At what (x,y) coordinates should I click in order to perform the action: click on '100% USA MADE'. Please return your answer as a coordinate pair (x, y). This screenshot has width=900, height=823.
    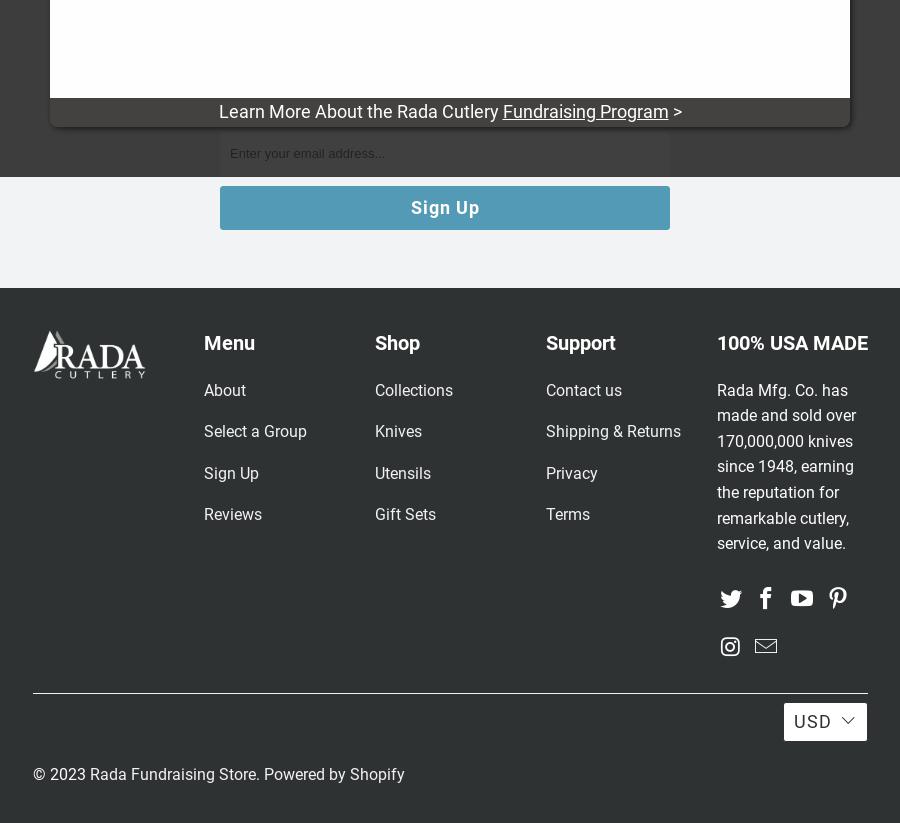
    Looking at the image, I should click on (791, 342).